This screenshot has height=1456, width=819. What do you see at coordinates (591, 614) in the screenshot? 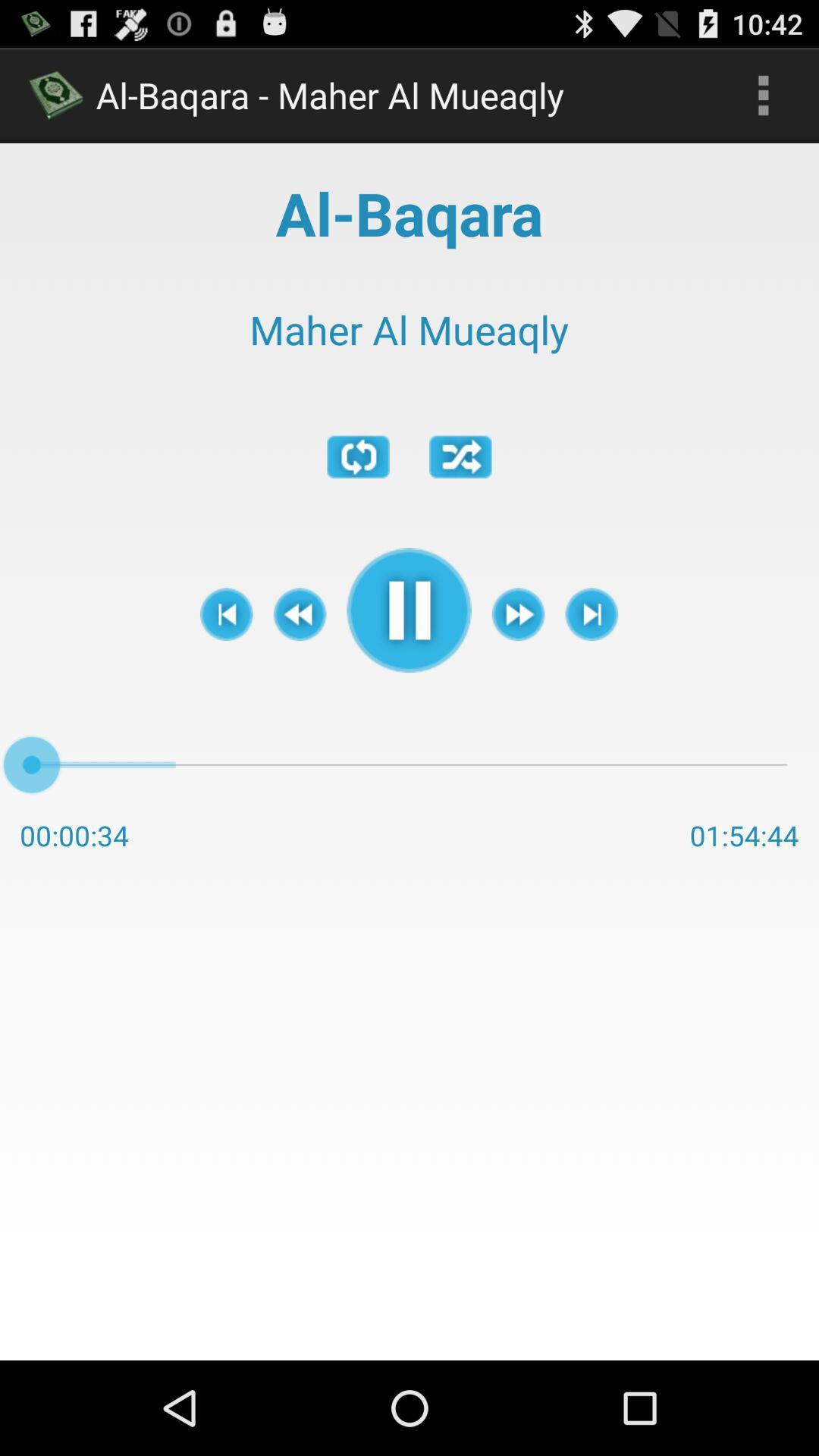
I see `item below maher al mueaqly item` at bounding box center [591, 614].